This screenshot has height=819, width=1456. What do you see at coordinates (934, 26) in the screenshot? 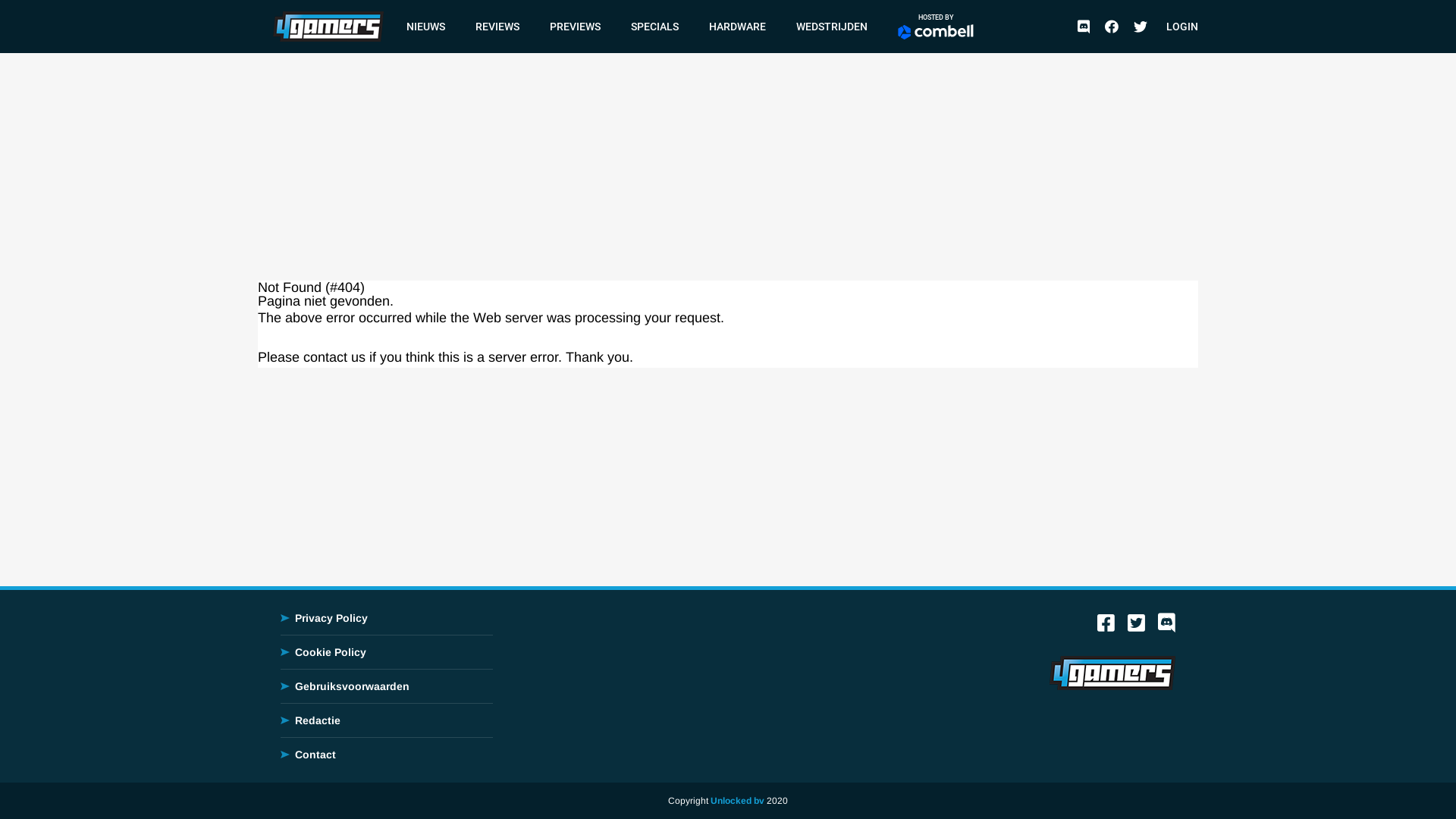
I see `'HOSTED BY'` at bounding box center [934, 26].